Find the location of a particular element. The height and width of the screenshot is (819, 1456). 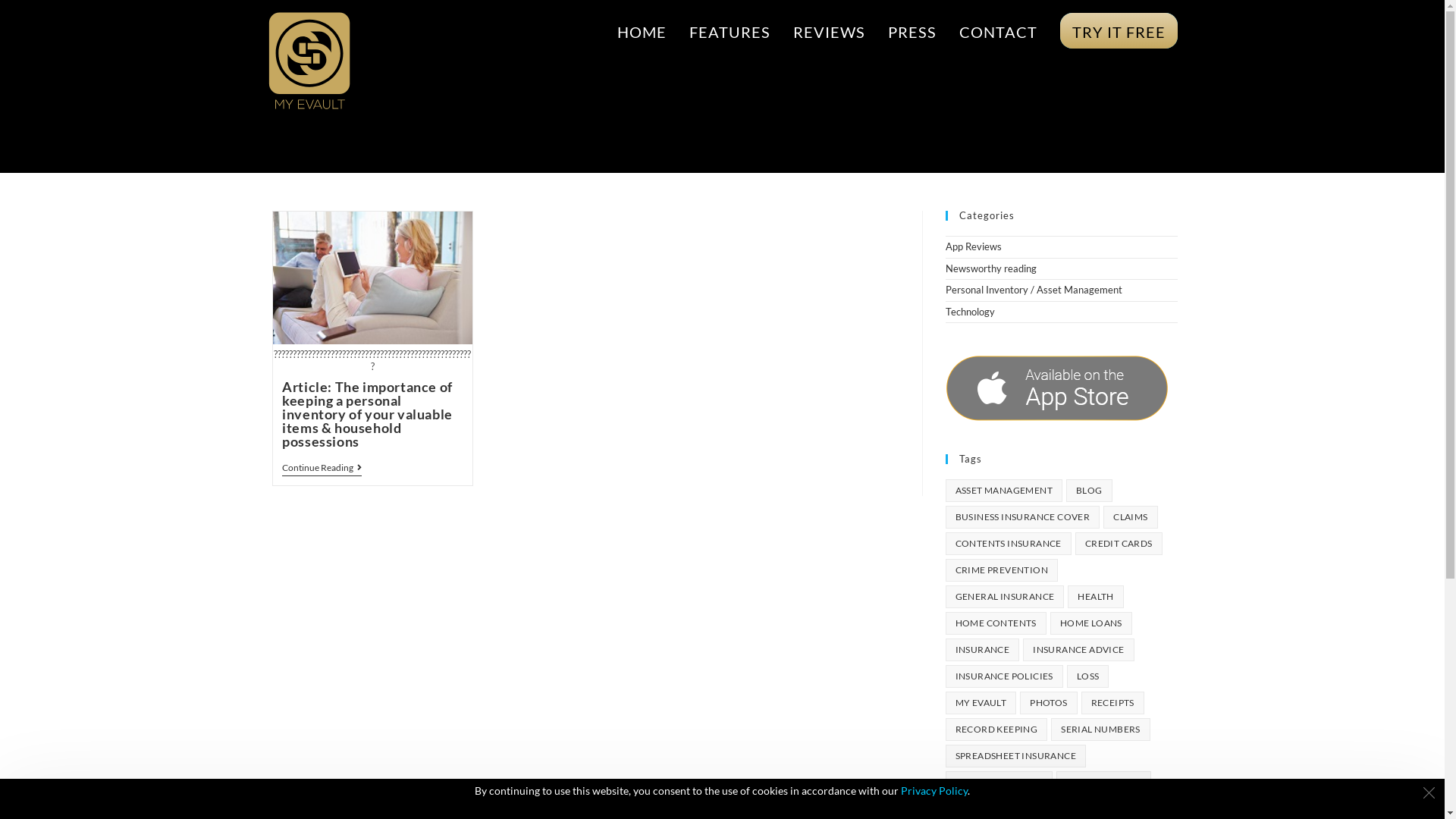

'BUSINESS INSURANCE COVER' is located at coordinates (1022, 516).